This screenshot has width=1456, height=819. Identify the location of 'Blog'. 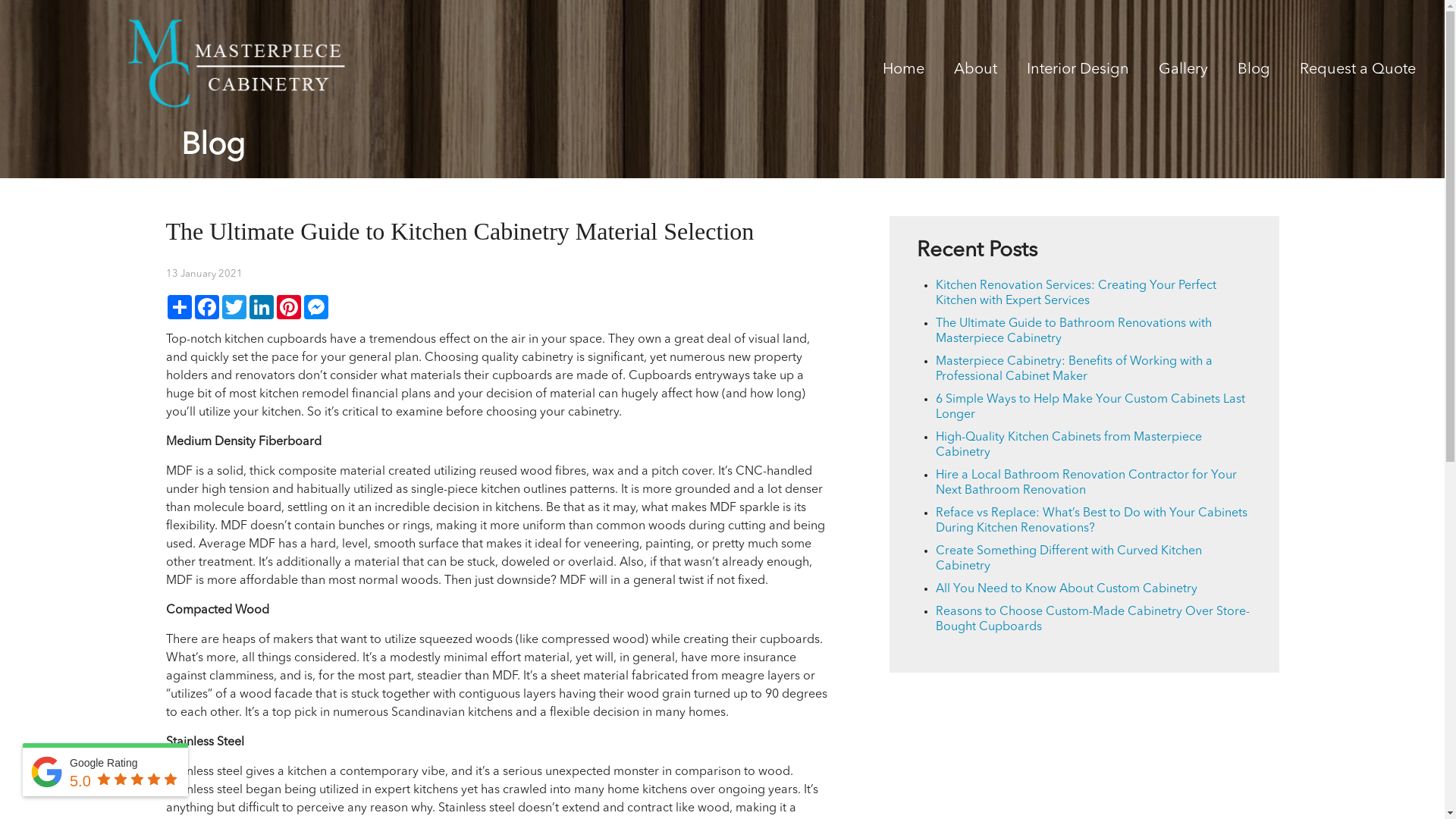
(1254, 72).